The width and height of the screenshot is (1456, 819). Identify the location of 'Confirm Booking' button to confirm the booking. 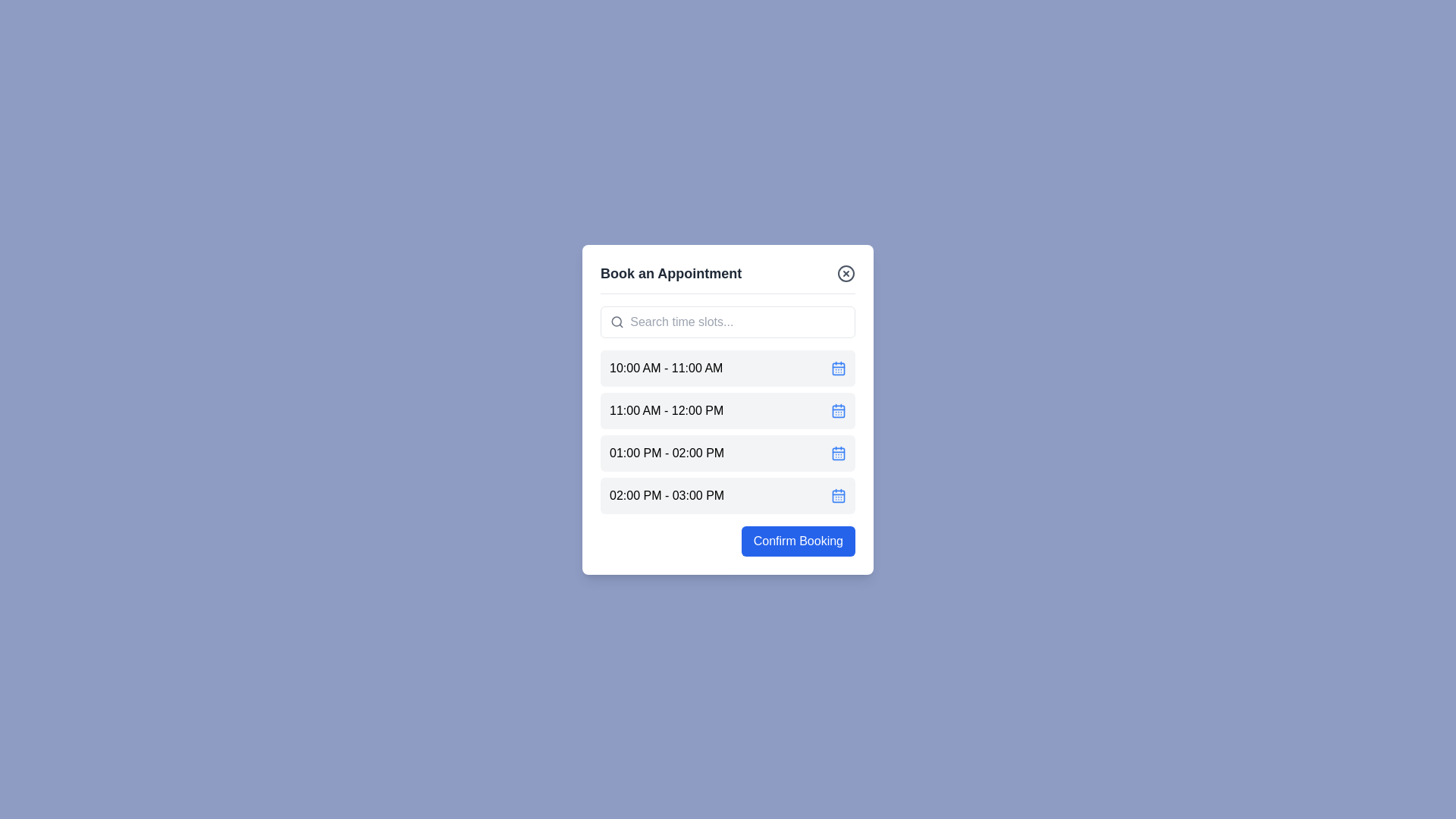
(797, 540).